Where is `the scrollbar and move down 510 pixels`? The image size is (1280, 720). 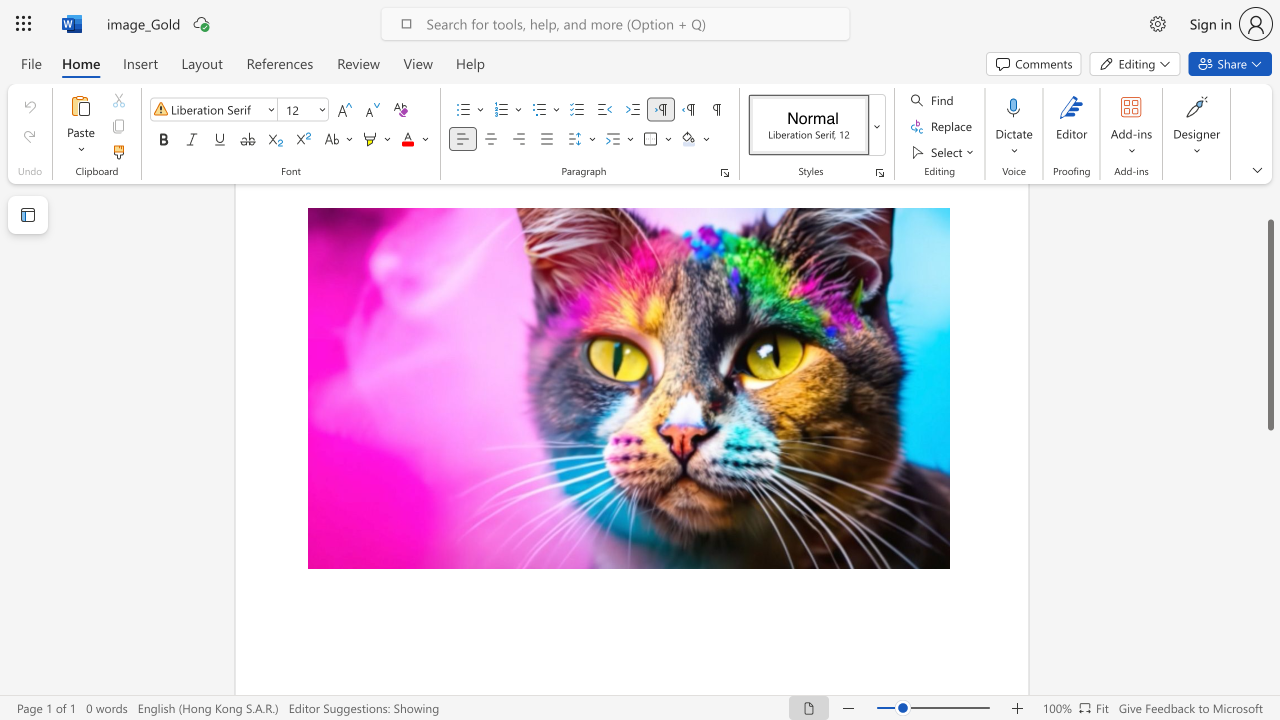
the scrollbar and move down 510 pixels is located at coordinates (1269, 324).